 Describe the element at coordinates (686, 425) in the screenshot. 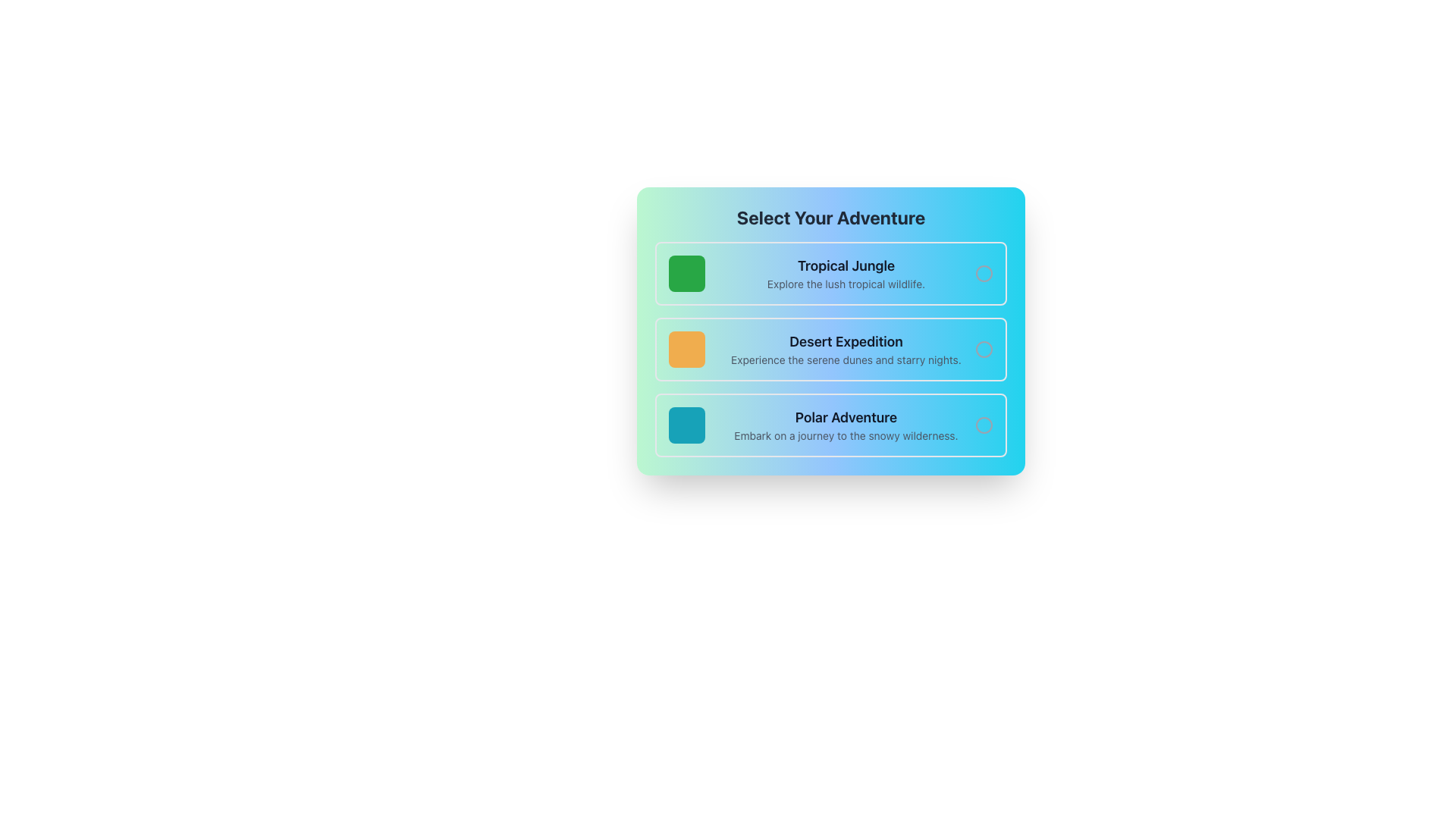

I see `the teal square-shaped graphical marker located to the left of the 'Polar Adventure' option in the selection panel` at that location.